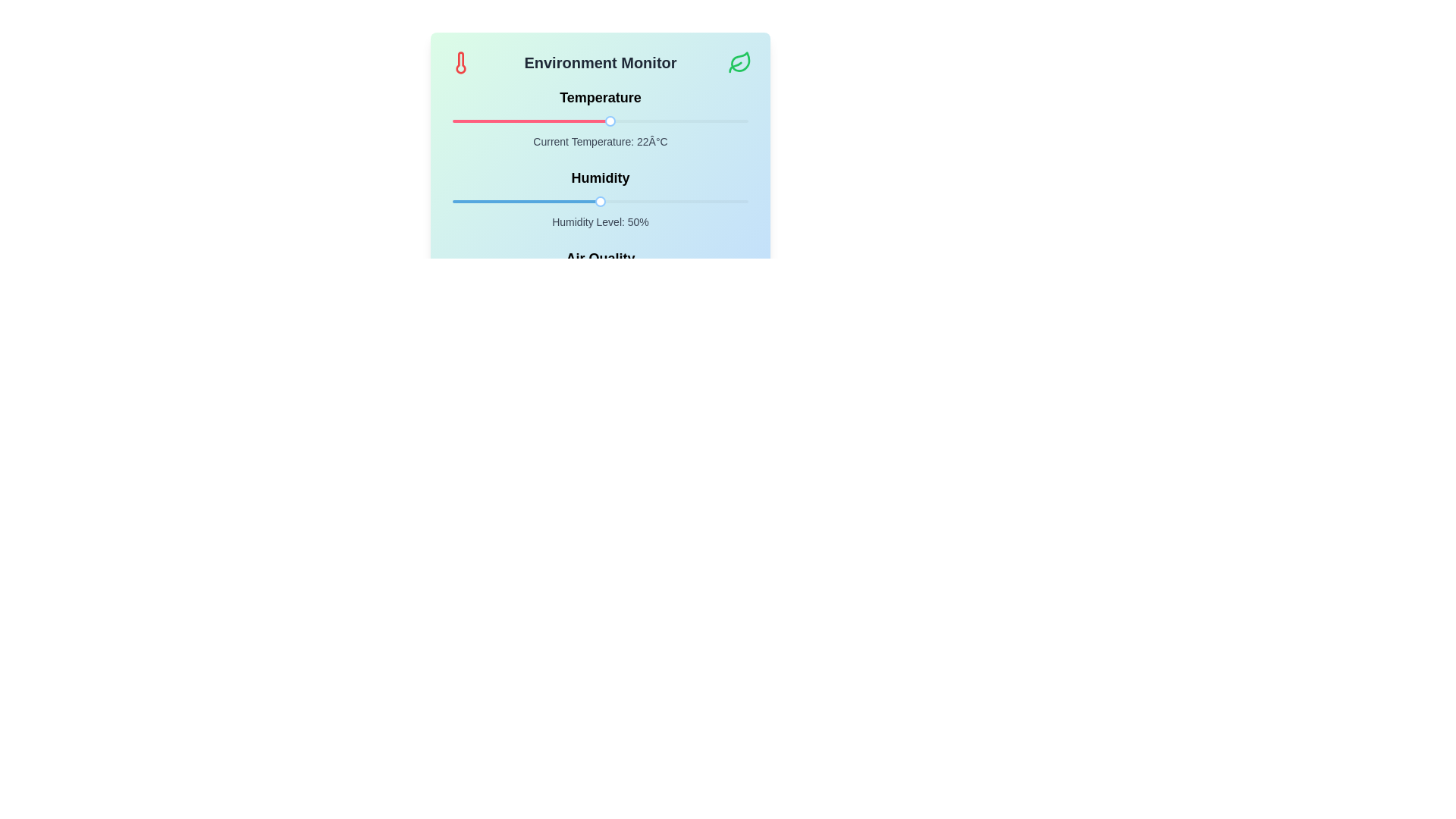 The width and height of the screenshot is (1456, 819). I want to click on the humidity, so click(621, 201).